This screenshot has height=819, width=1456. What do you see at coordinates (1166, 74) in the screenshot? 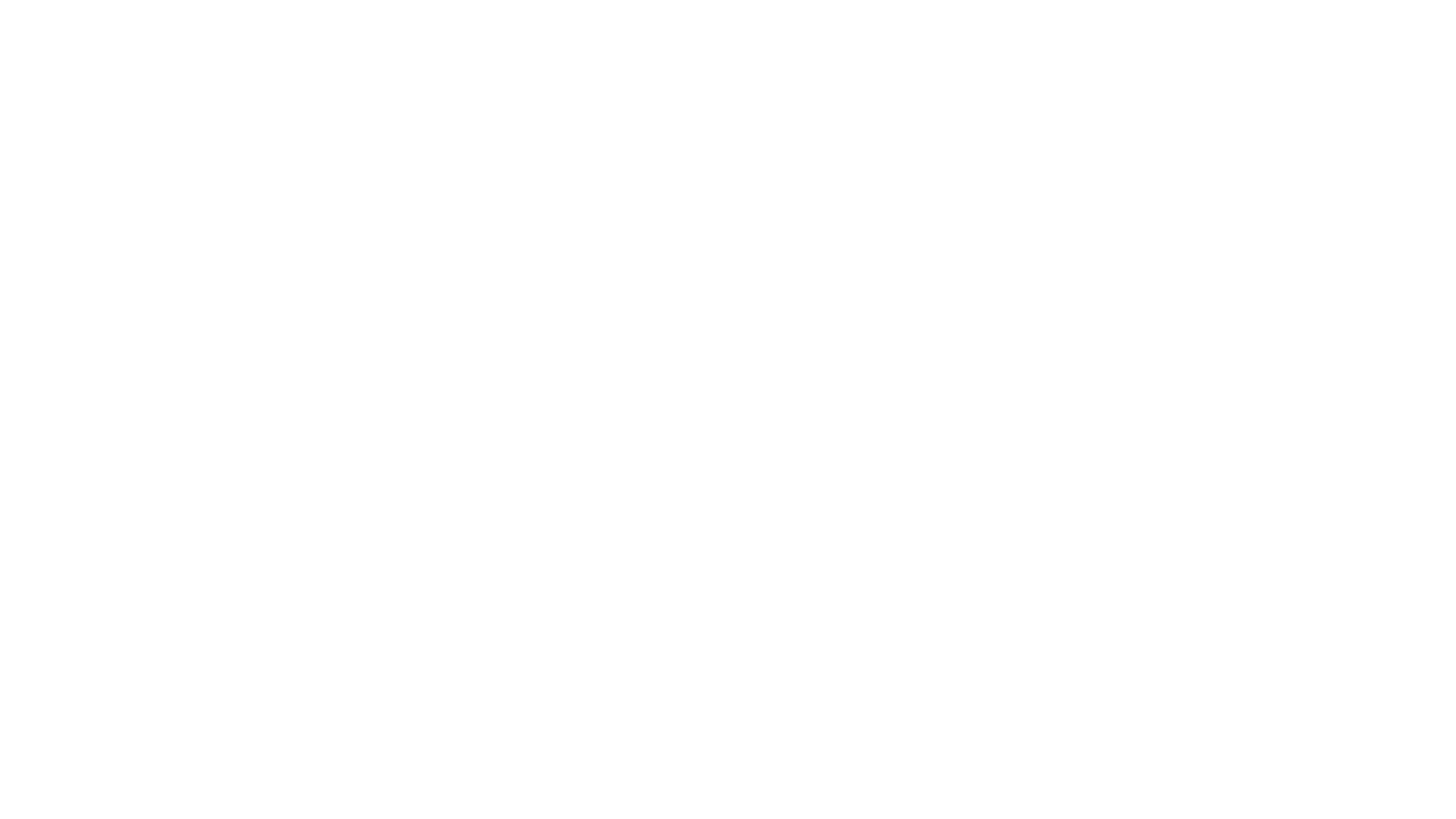
I see `Me connecter` at bounding box center [1166, 74].